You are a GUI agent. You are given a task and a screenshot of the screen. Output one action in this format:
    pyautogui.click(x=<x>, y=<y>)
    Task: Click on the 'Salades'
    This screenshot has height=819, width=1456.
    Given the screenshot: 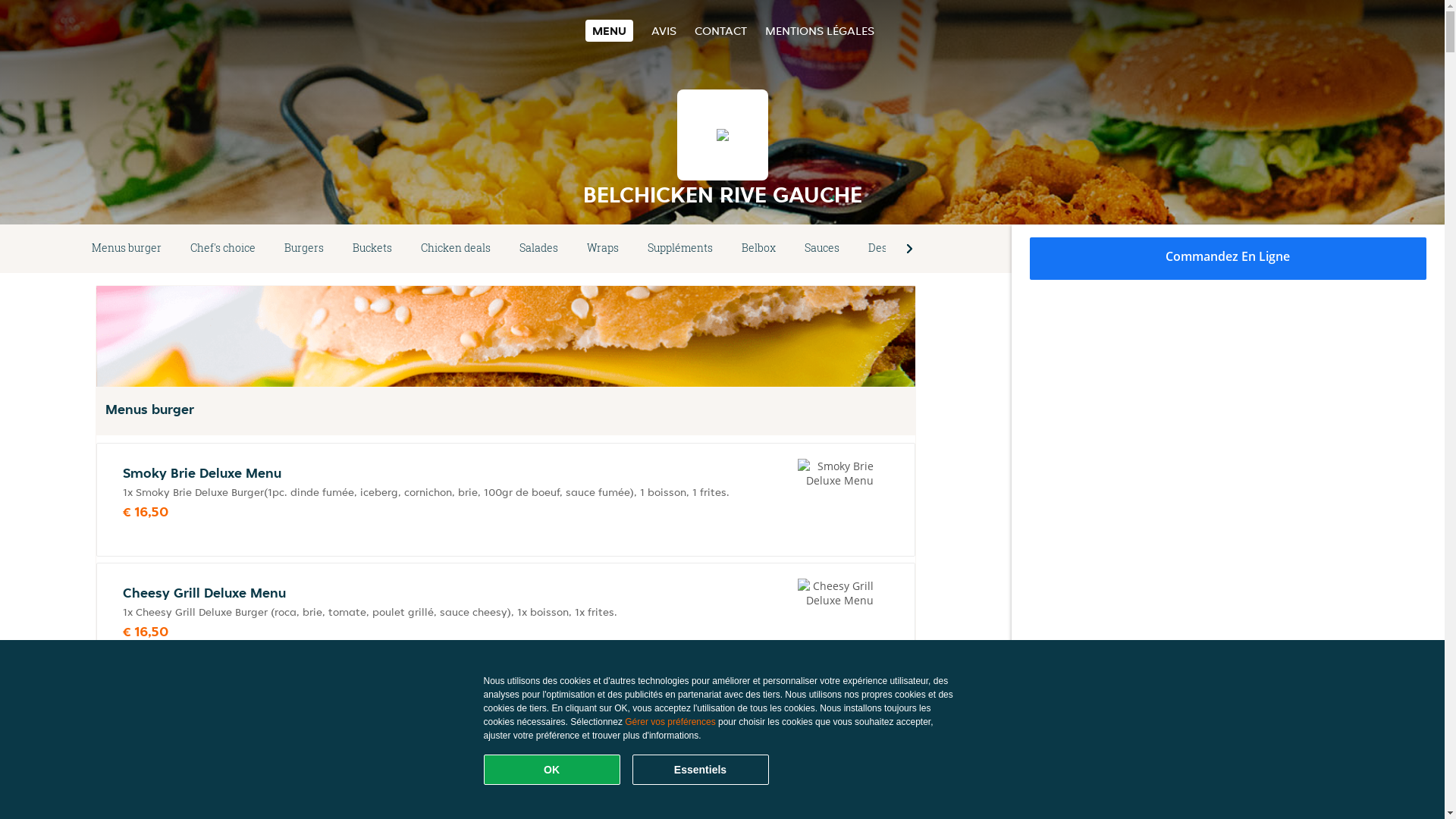 What is the action you would take?
    pyautogui.click(x=505, y=247)
    